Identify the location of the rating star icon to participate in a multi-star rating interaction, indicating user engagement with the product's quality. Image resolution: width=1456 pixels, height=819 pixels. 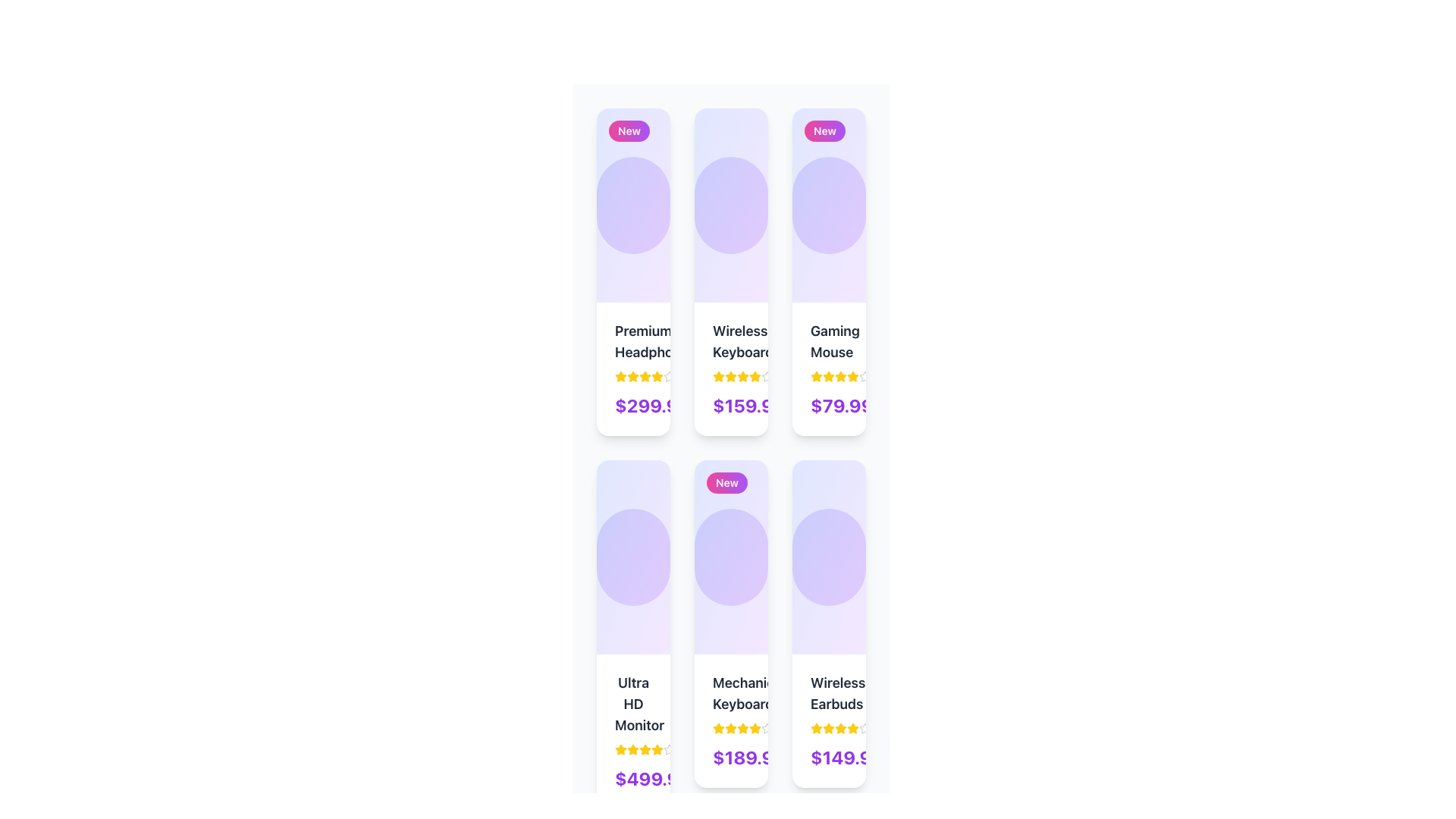
(620, 748).